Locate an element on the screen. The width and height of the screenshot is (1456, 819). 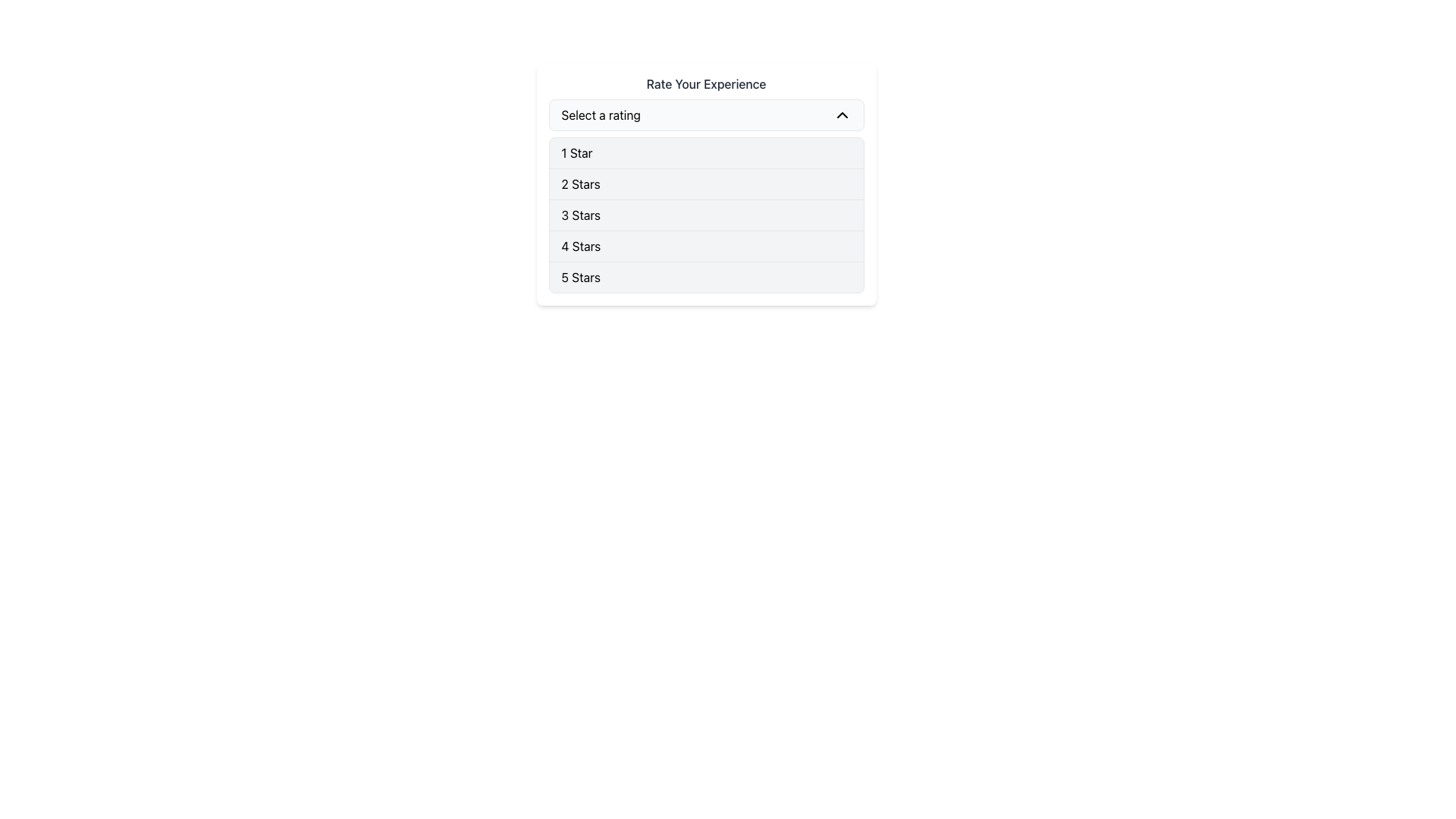
the text label displaying '1 Star', located at the top of the rating options in the dropdown menu below the 'Rate Your Experience' heading is located at coordinates (576, 152).